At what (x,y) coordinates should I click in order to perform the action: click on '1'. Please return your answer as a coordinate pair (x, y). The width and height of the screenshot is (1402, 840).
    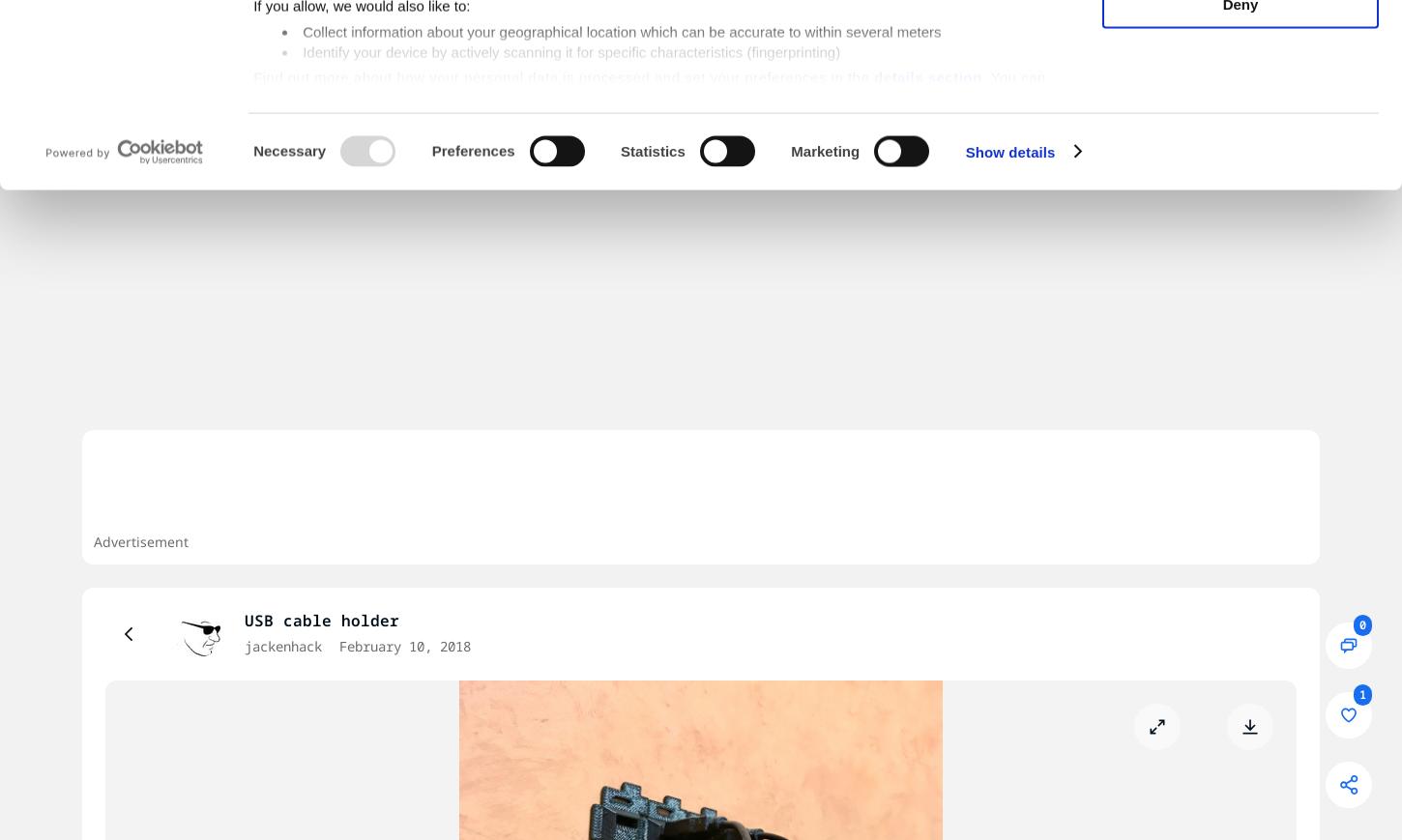
    Looking at the image, I should click on (1358, 694).